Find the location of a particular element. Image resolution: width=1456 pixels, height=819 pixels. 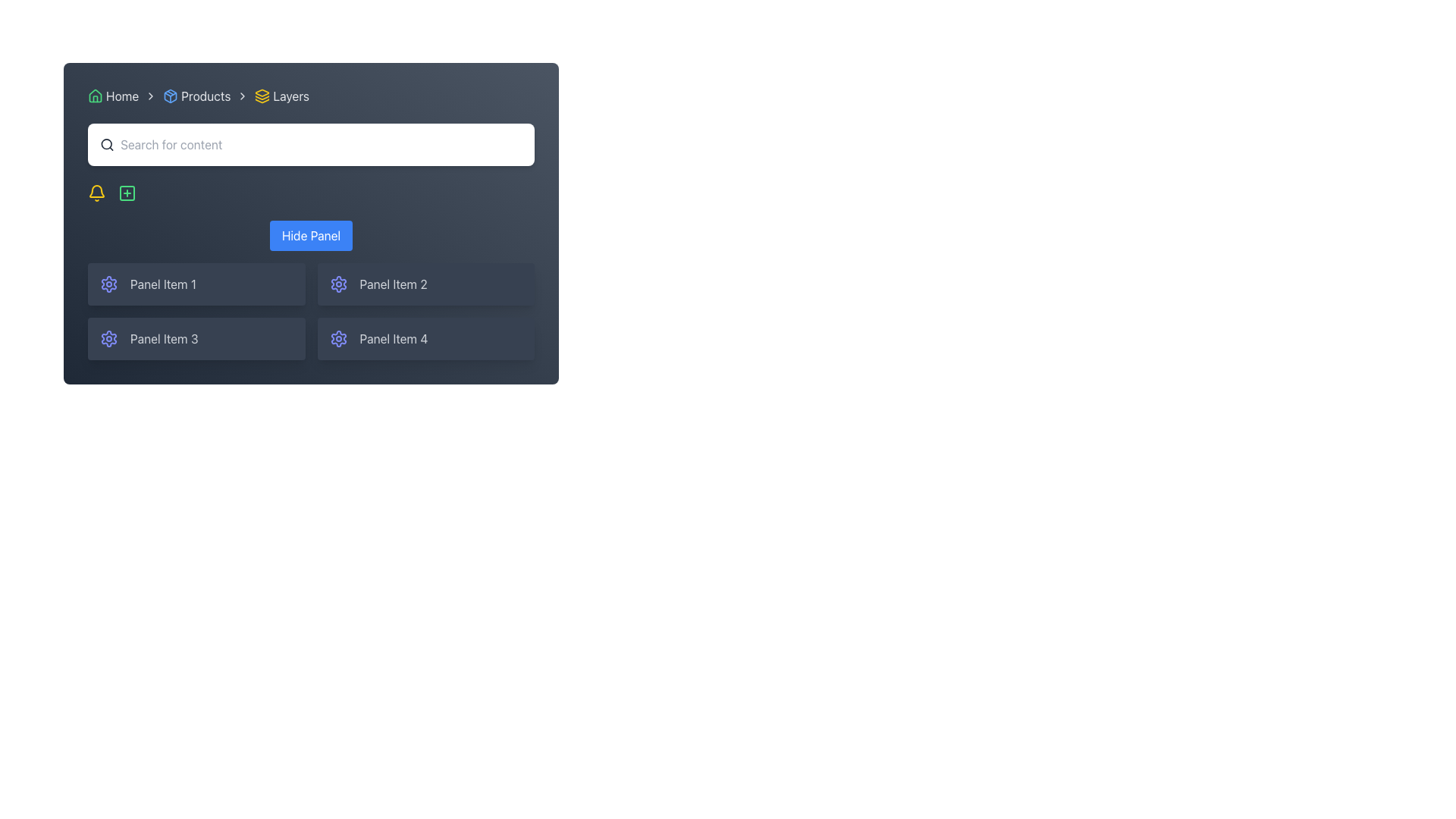

the bottom stripe of the layered decorative graphic element in the SVG icon, which is styled consistently with its two sibling stripes above it is located at coordinates (262, 101).